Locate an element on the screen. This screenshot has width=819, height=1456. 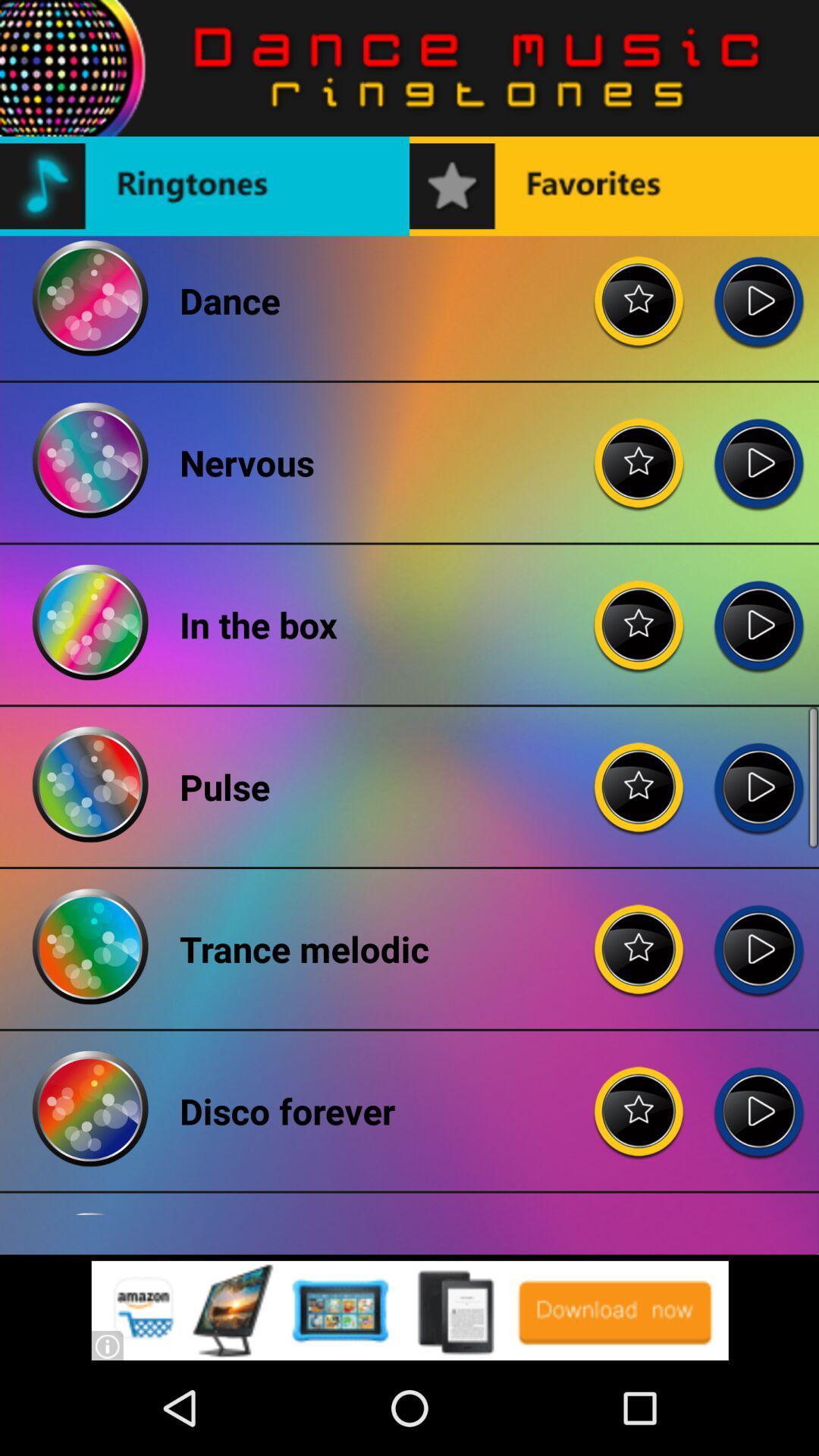
favorite is located at coordinates (639, 289).